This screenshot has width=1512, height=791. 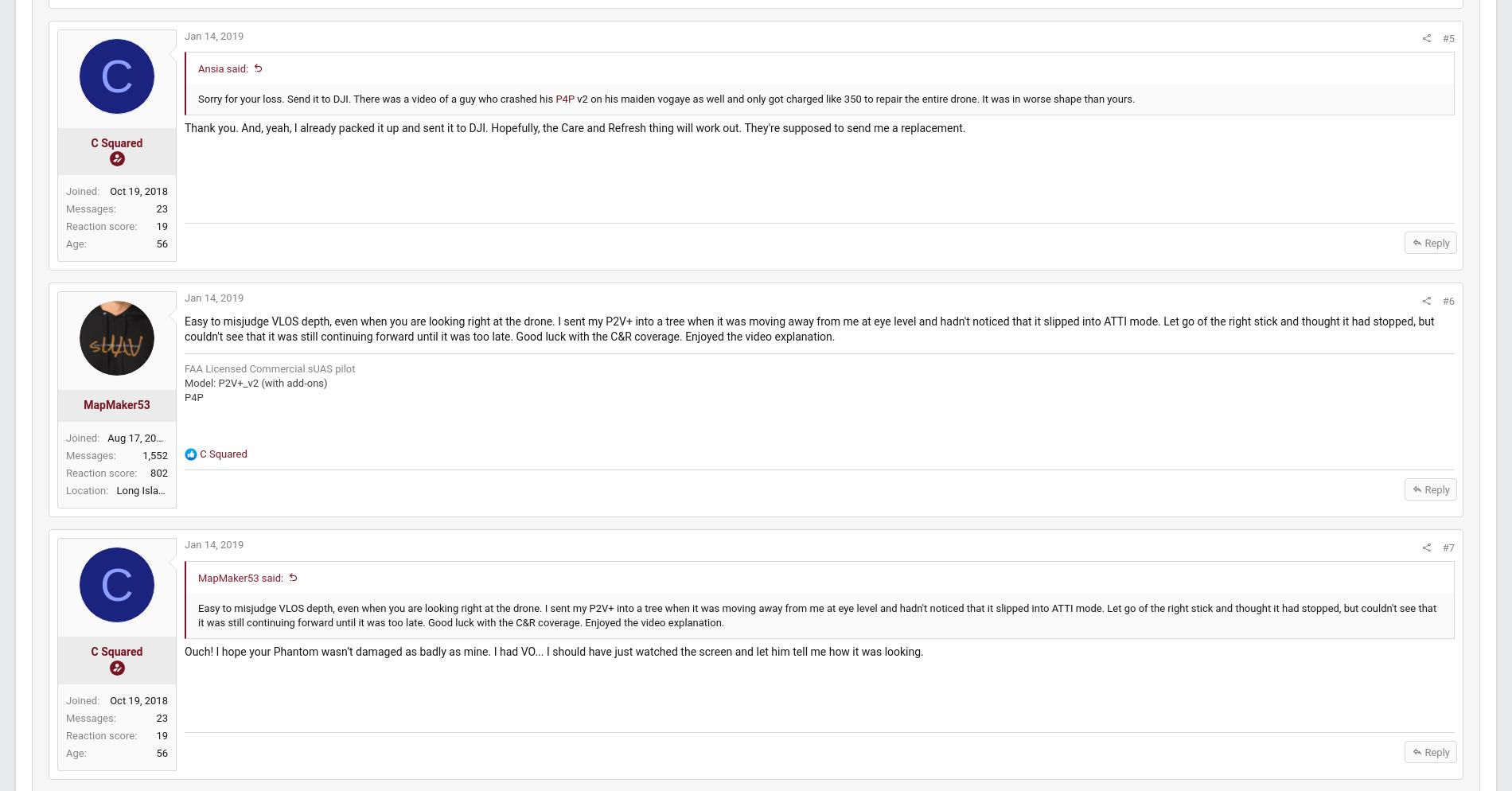 What do you see at coordinates (154, 505) in the screenshot?
I see `'Long Island, NY'` at bounding box center [154, 505].